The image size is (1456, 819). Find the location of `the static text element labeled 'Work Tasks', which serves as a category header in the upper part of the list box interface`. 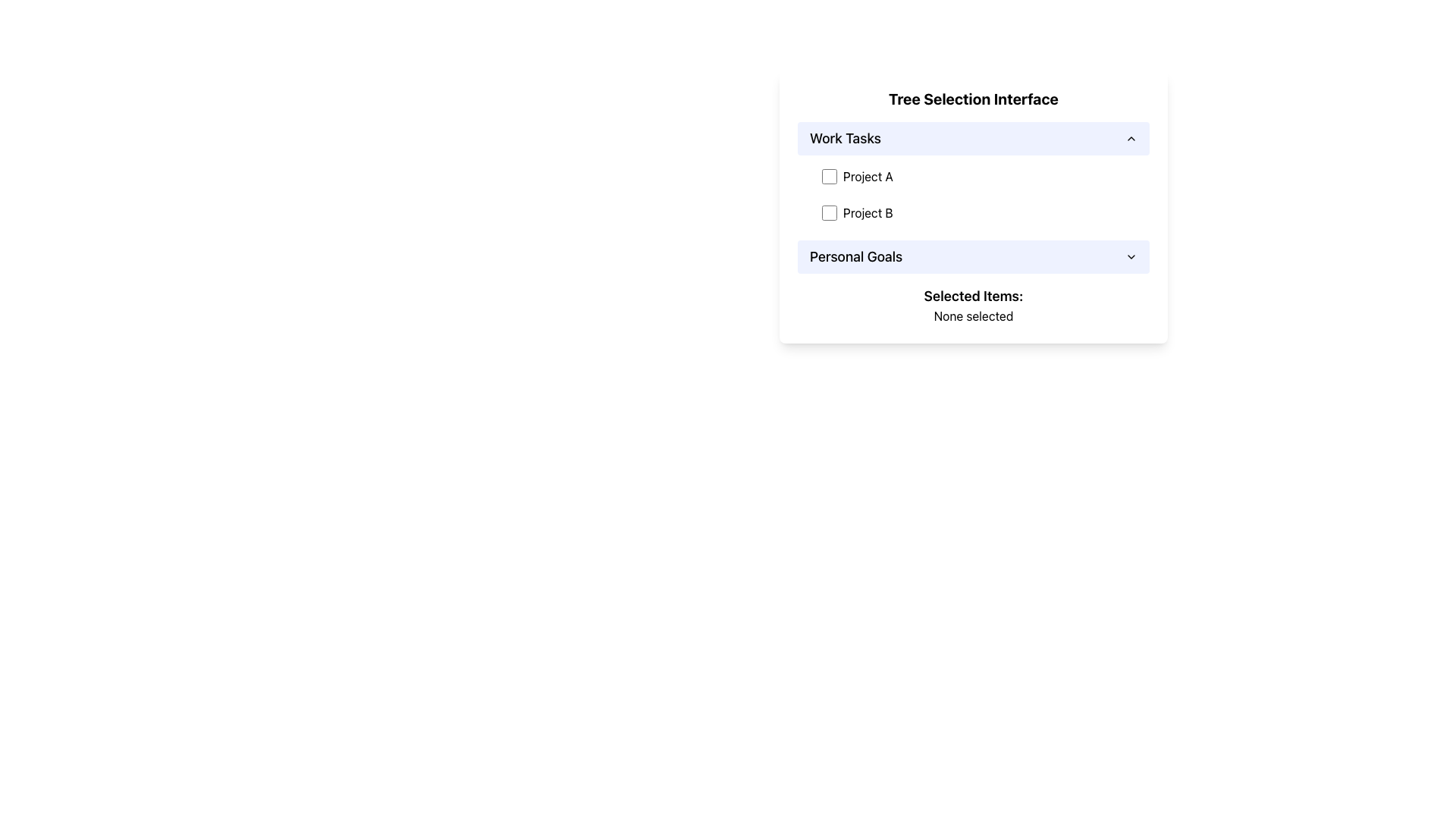

the static text element labeled 'Work Tasks', which serves as a category header in the upper part of the list box interface is located at coordinates (844, 138).